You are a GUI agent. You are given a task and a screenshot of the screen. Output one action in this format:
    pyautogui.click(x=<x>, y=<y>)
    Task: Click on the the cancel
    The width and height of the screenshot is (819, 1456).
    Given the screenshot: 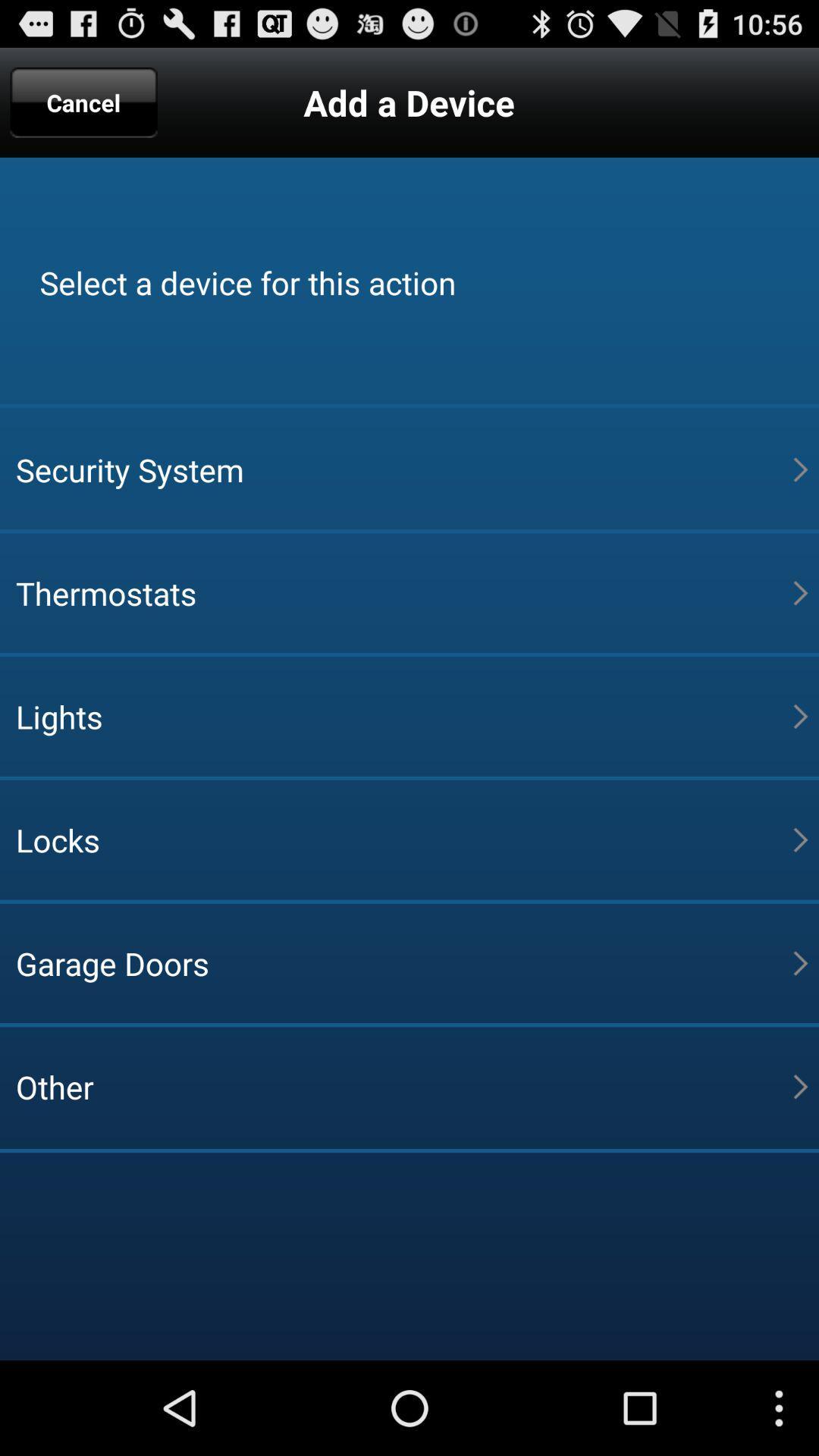 What is the action you would take?
    pyautogui.click(x=83, y=102)
    